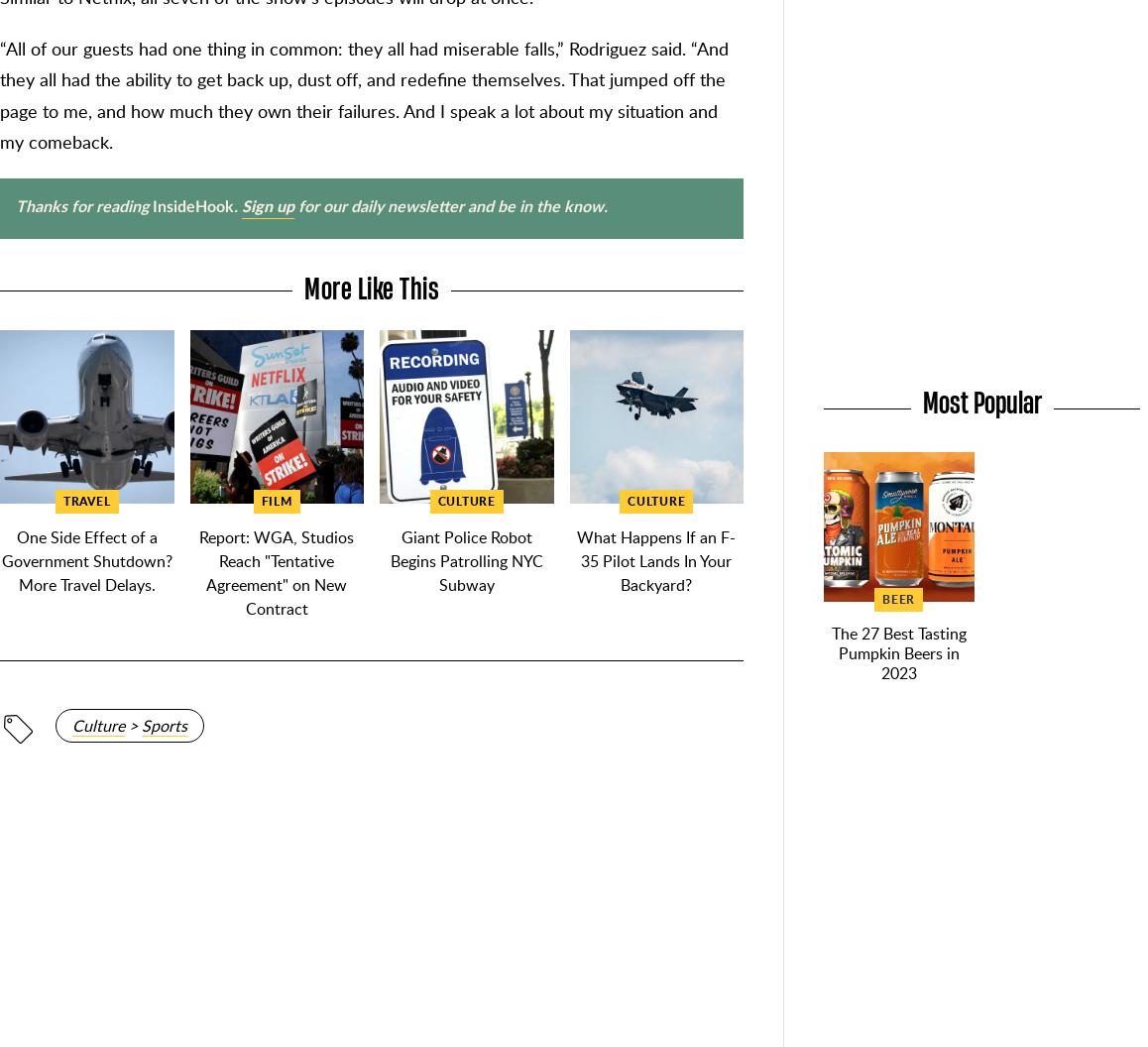 The height and width of the screenshot is (1047, 1148). Describe the element at coordinates (898, 598) in the screenshot. I see `'Beer'` at that location.